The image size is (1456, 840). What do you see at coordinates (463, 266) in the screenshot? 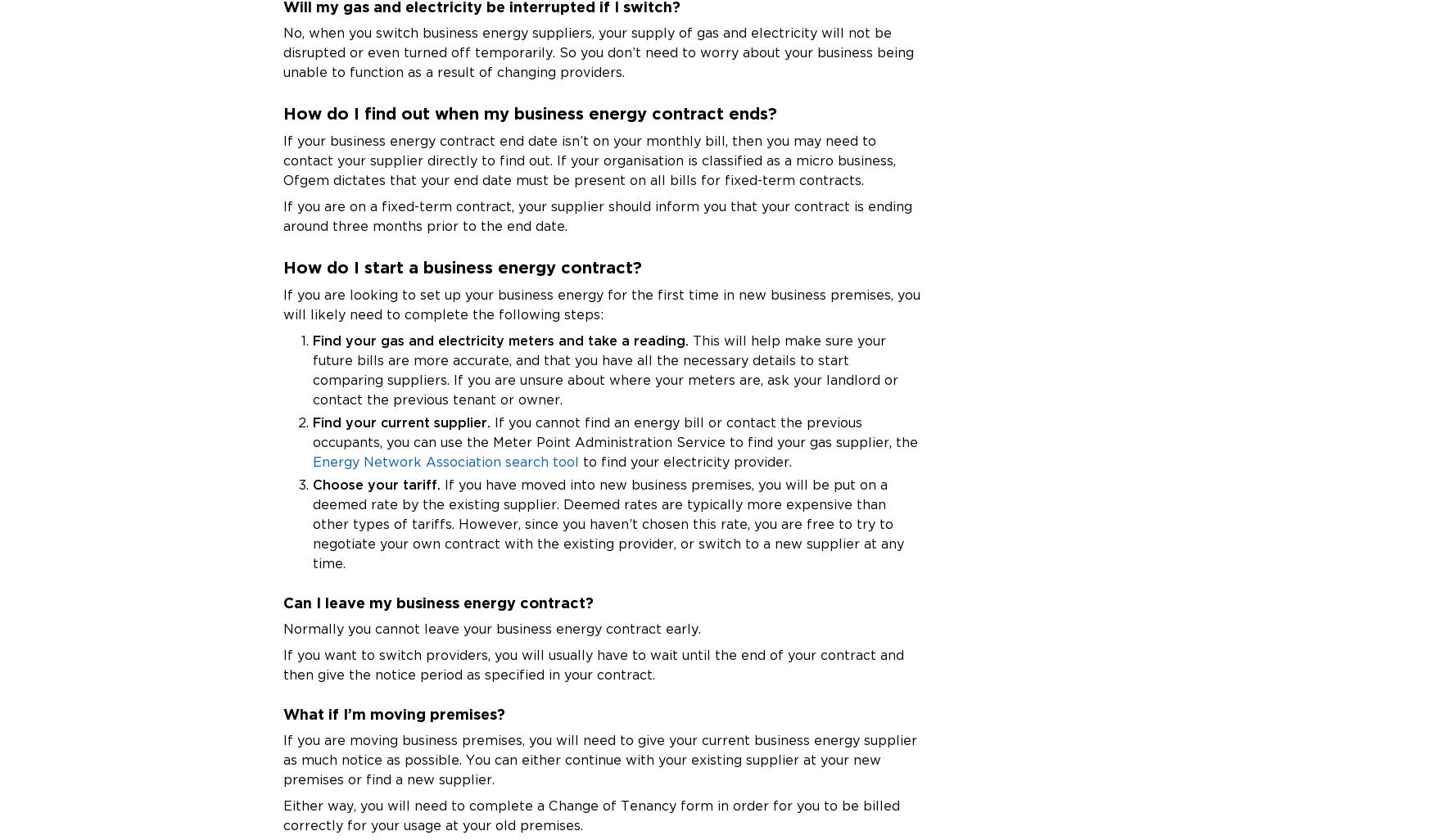
I see `'How do I start a business energy contract?'` at bounding box center [463, 266].